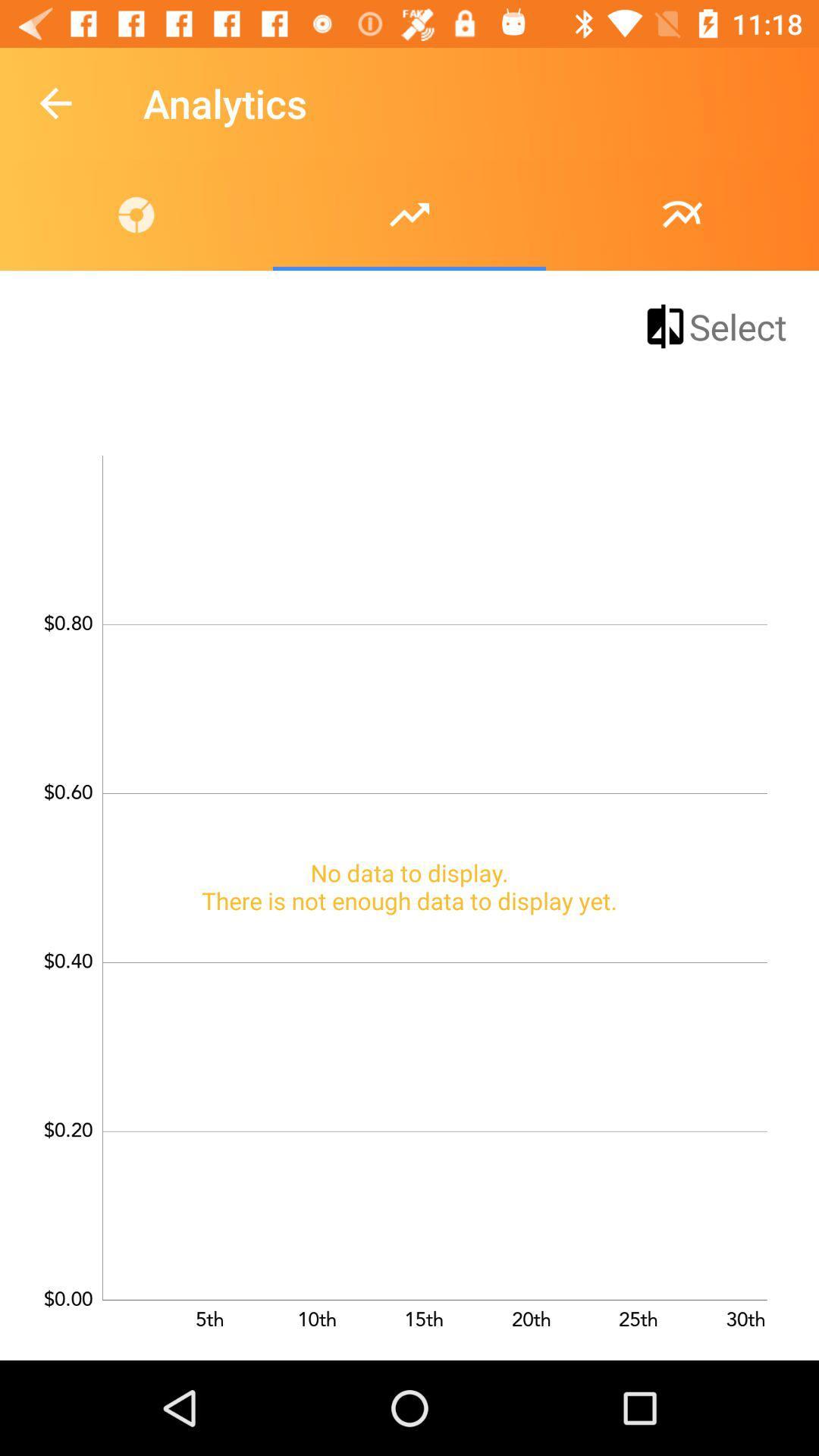 This screenshot has width=819, height=1456. Describe the element at coordinates (714, 325) in the screenshot. I see `select icon` at that location.